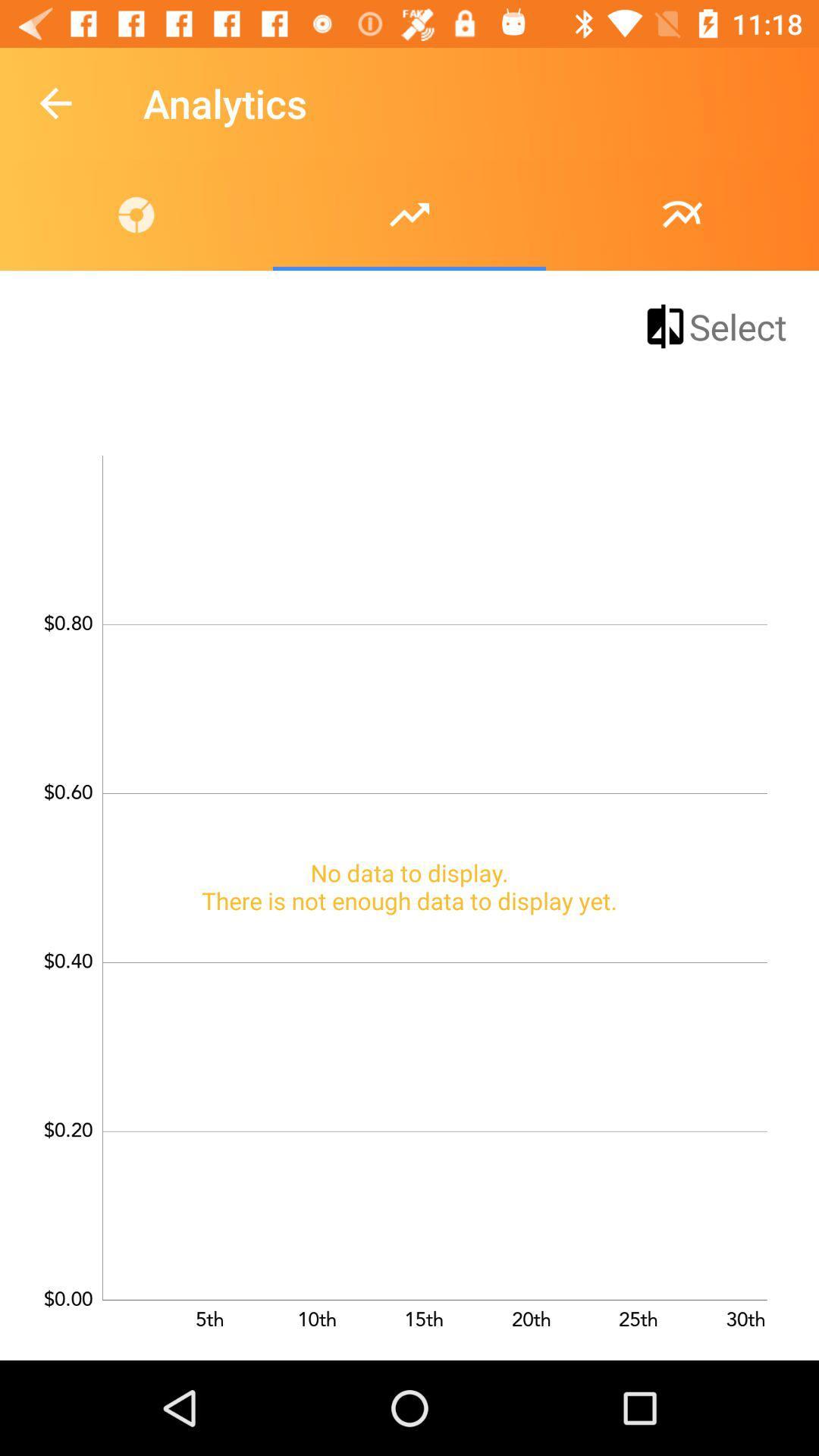 This screenshot has width=819, height=1456. Describe the element at coordinates (714, 325) in the screenshot. I see `select icon` at that location.